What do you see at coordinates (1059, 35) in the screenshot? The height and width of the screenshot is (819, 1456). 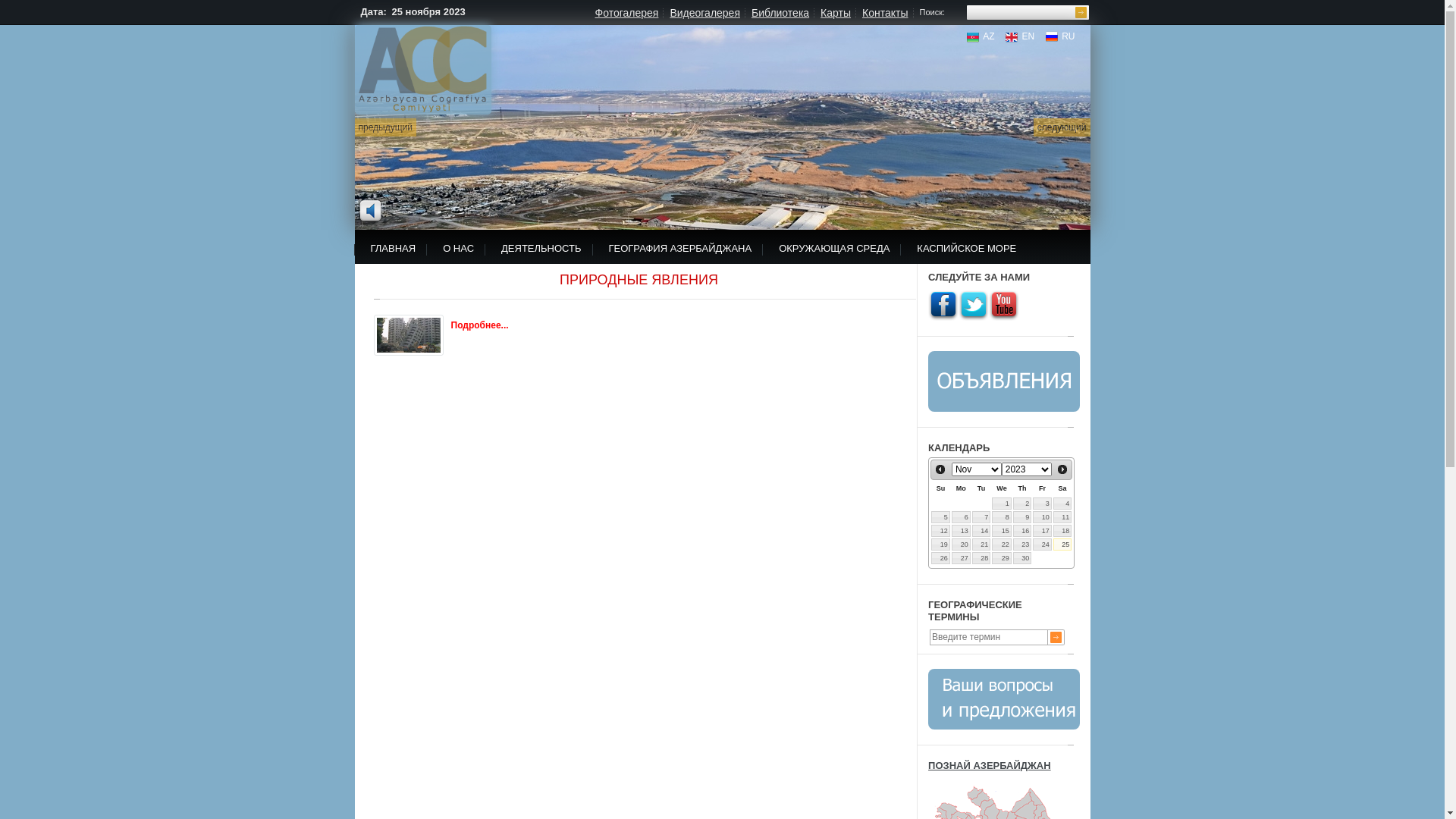 I see `'RU'` at bounding box center [1059, 35].